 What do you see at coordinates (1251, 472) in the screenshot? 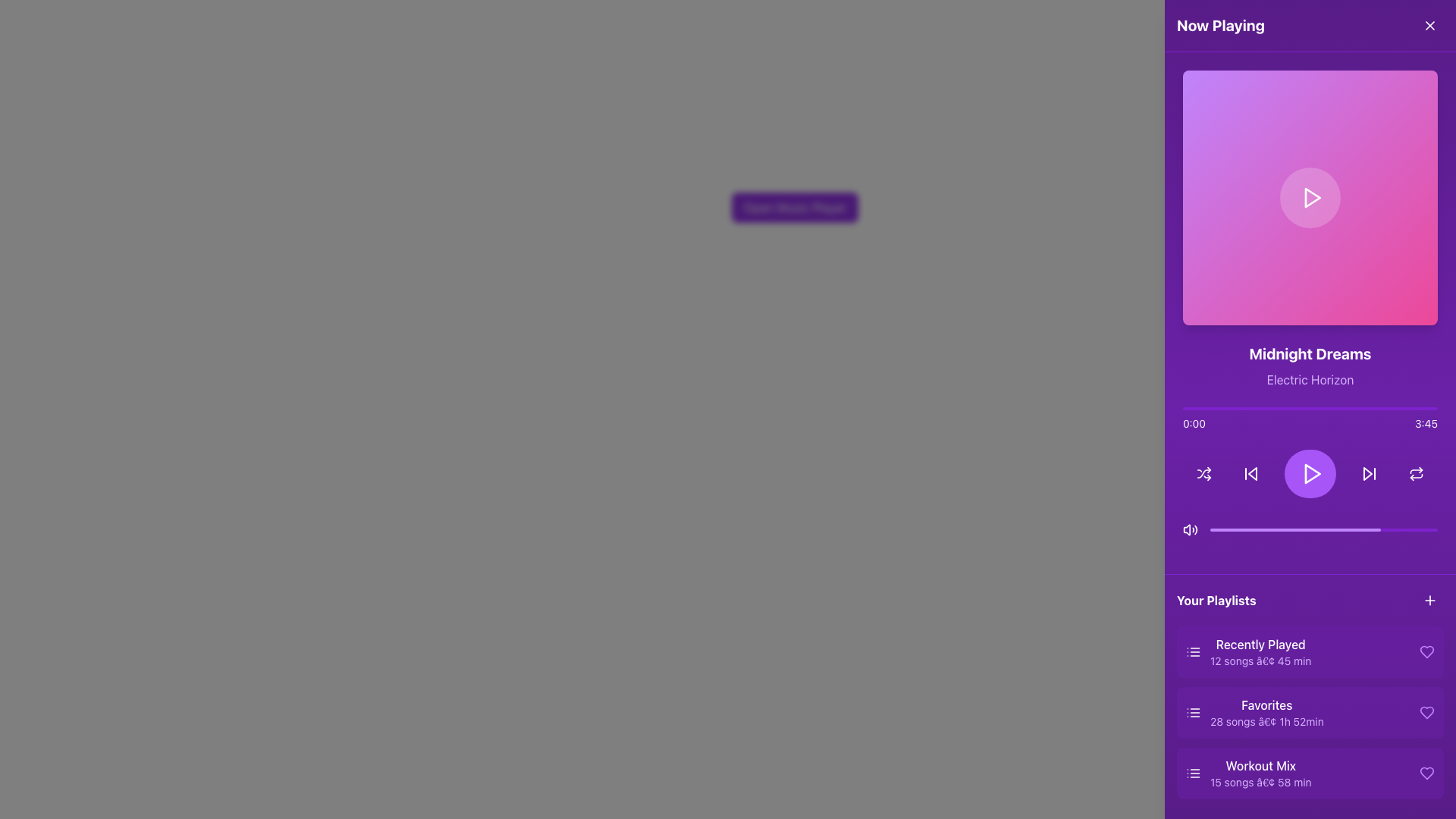
I see `the skip back button, which is a circular icon located` at bounding box center [1251, 472].